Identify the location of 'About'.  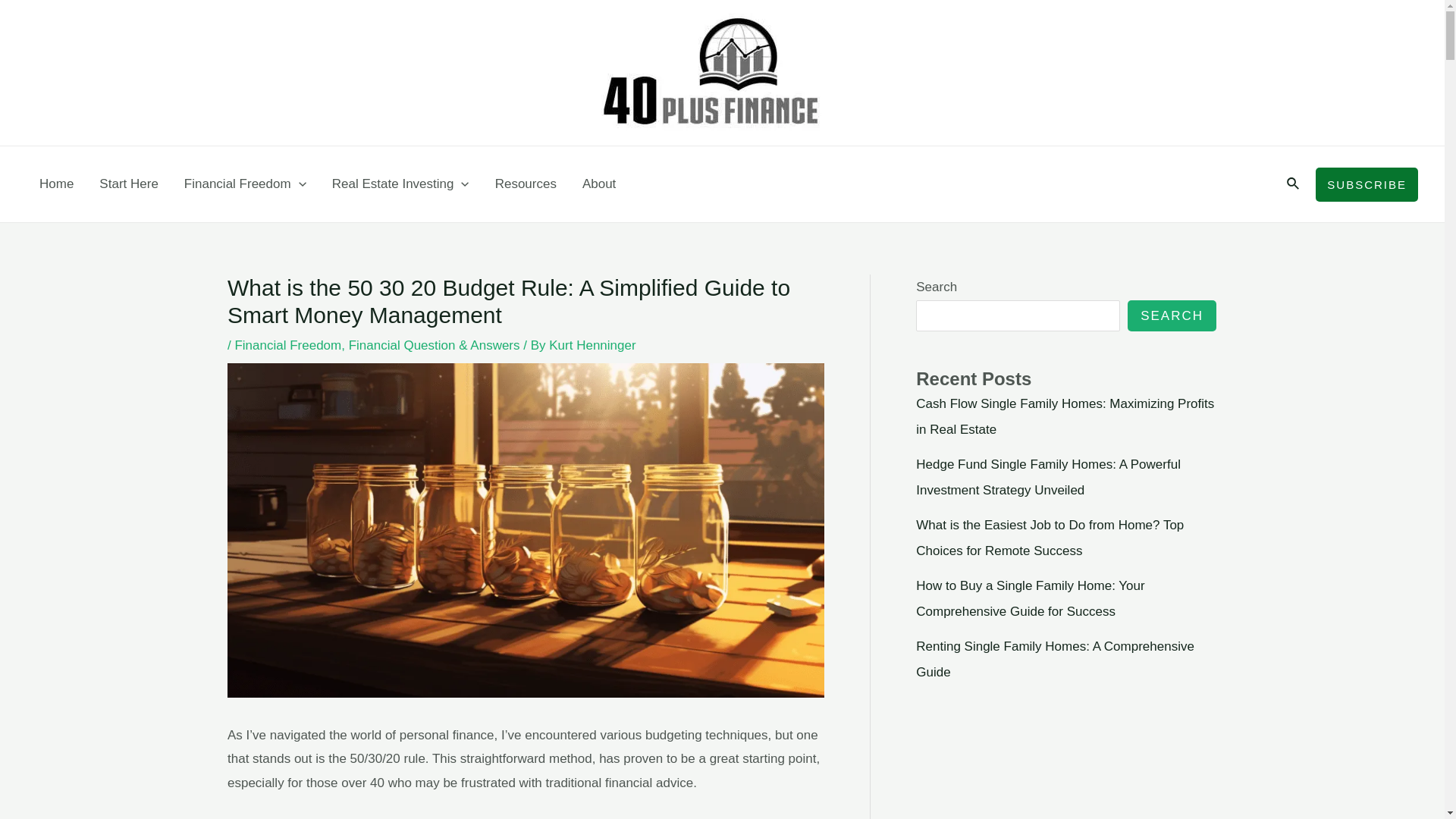
(598, 184).